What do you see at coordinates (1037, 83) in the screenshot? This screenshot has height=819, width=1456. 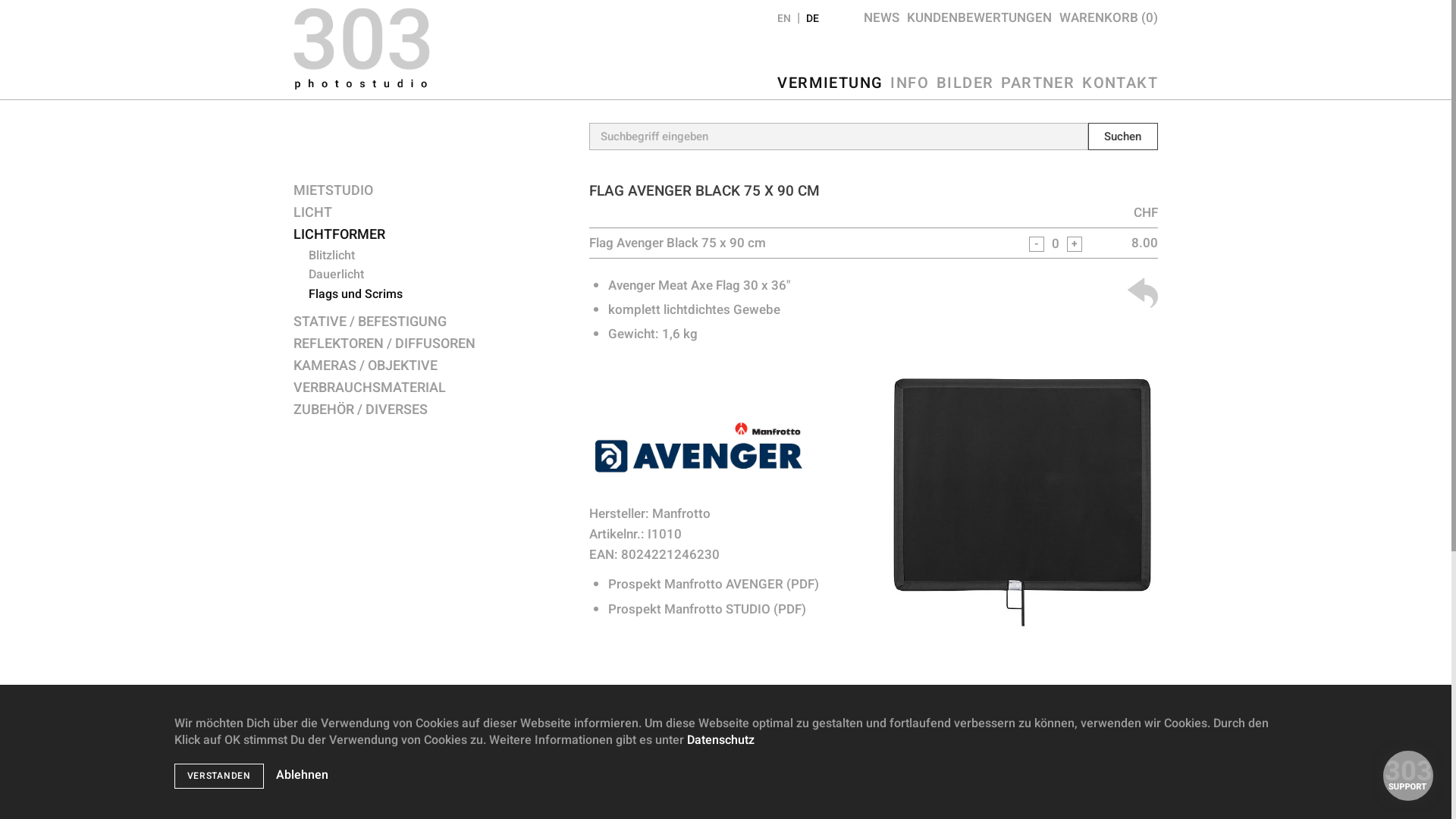 I see `'PARTNER'` at bounding box center [1037, 83].